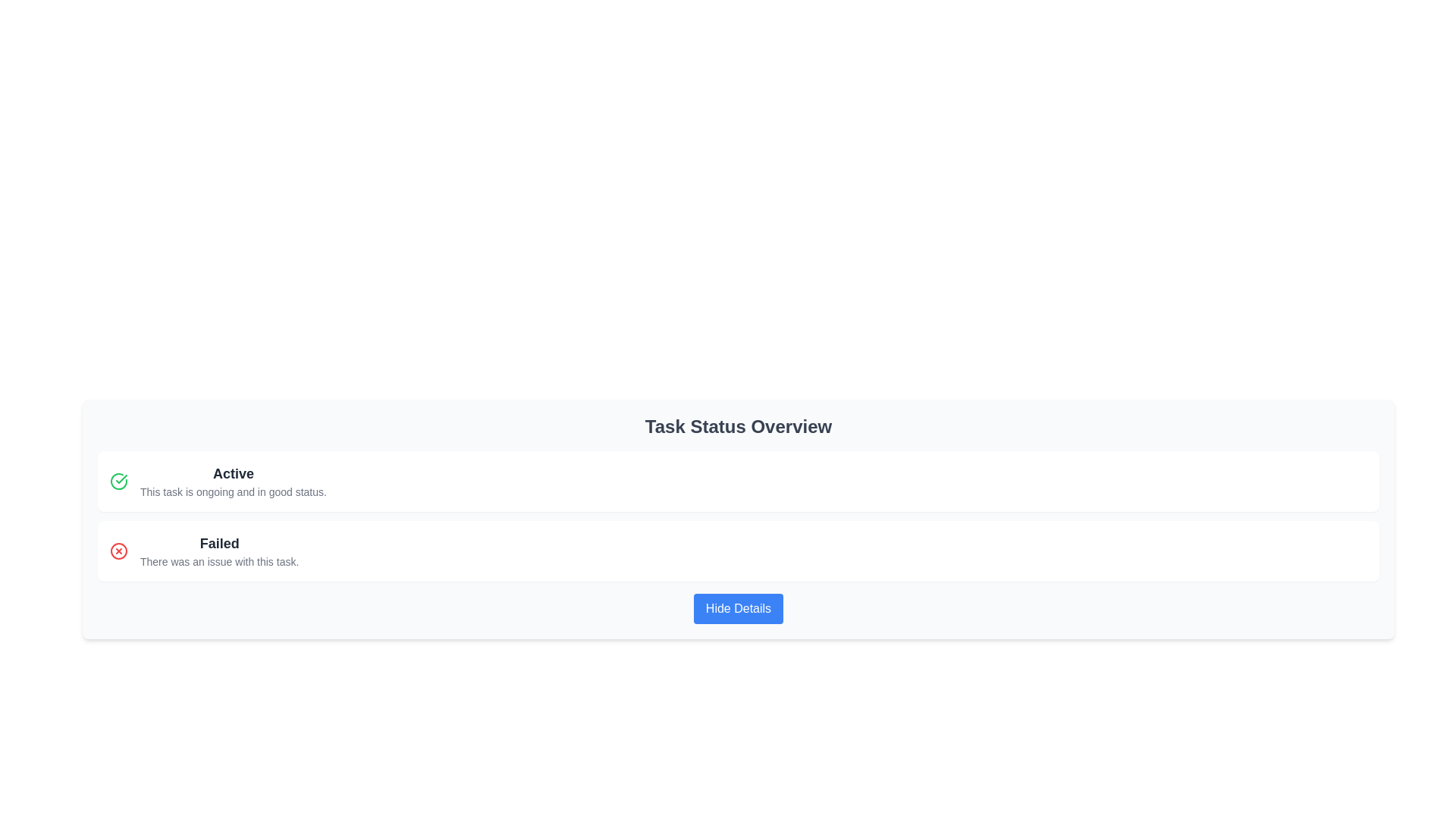  I want to click on the text section displaying 'Failed' and 'There was an issue with this task.' in the second panel of the task status list, so click(218, 551).